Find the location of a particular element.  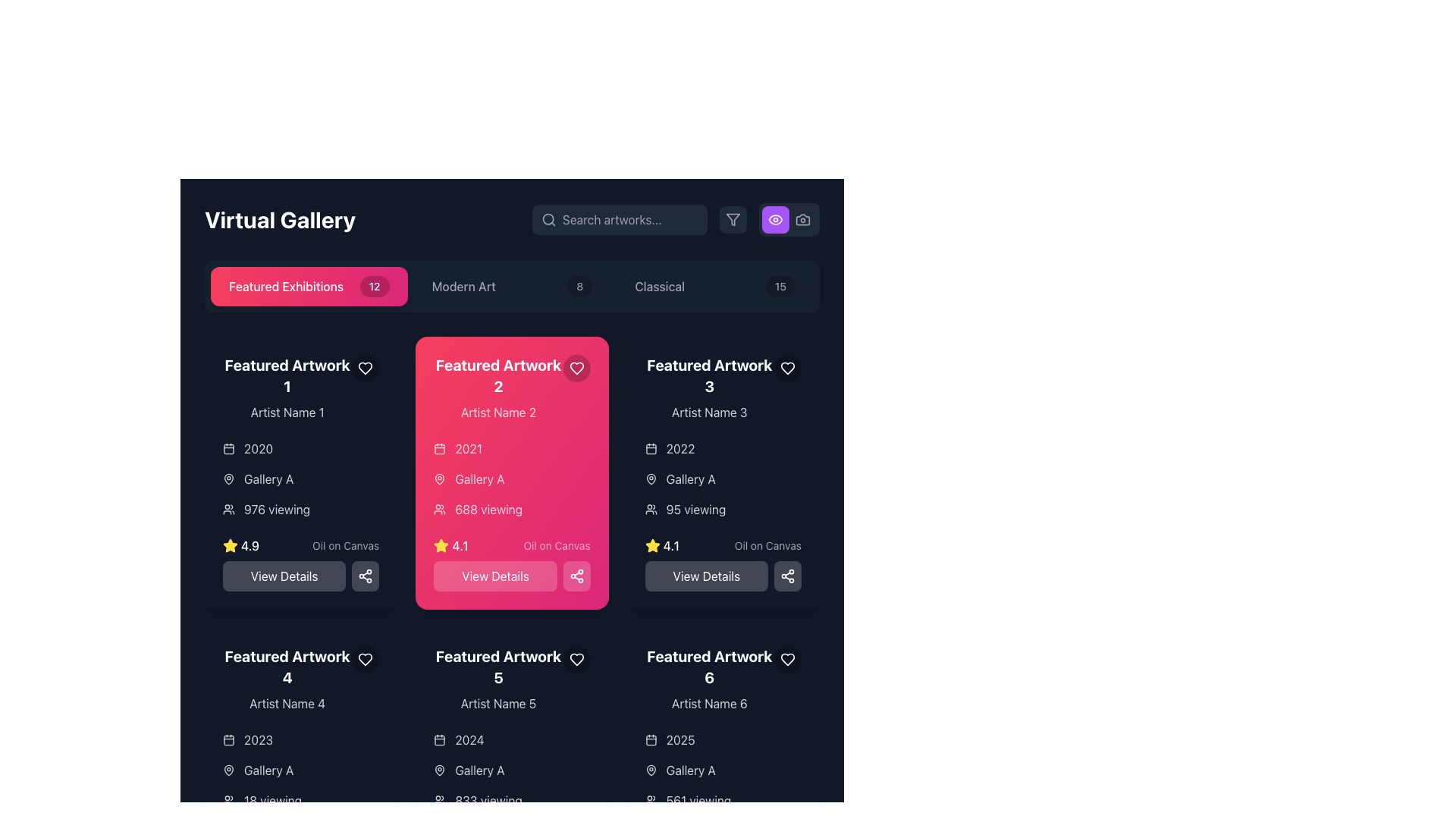

numerical value '4.1' displayed in white text next to the yellow star icon in the rating section of the 'Featured Artwork 3' card is located at coordinates (670, 546).